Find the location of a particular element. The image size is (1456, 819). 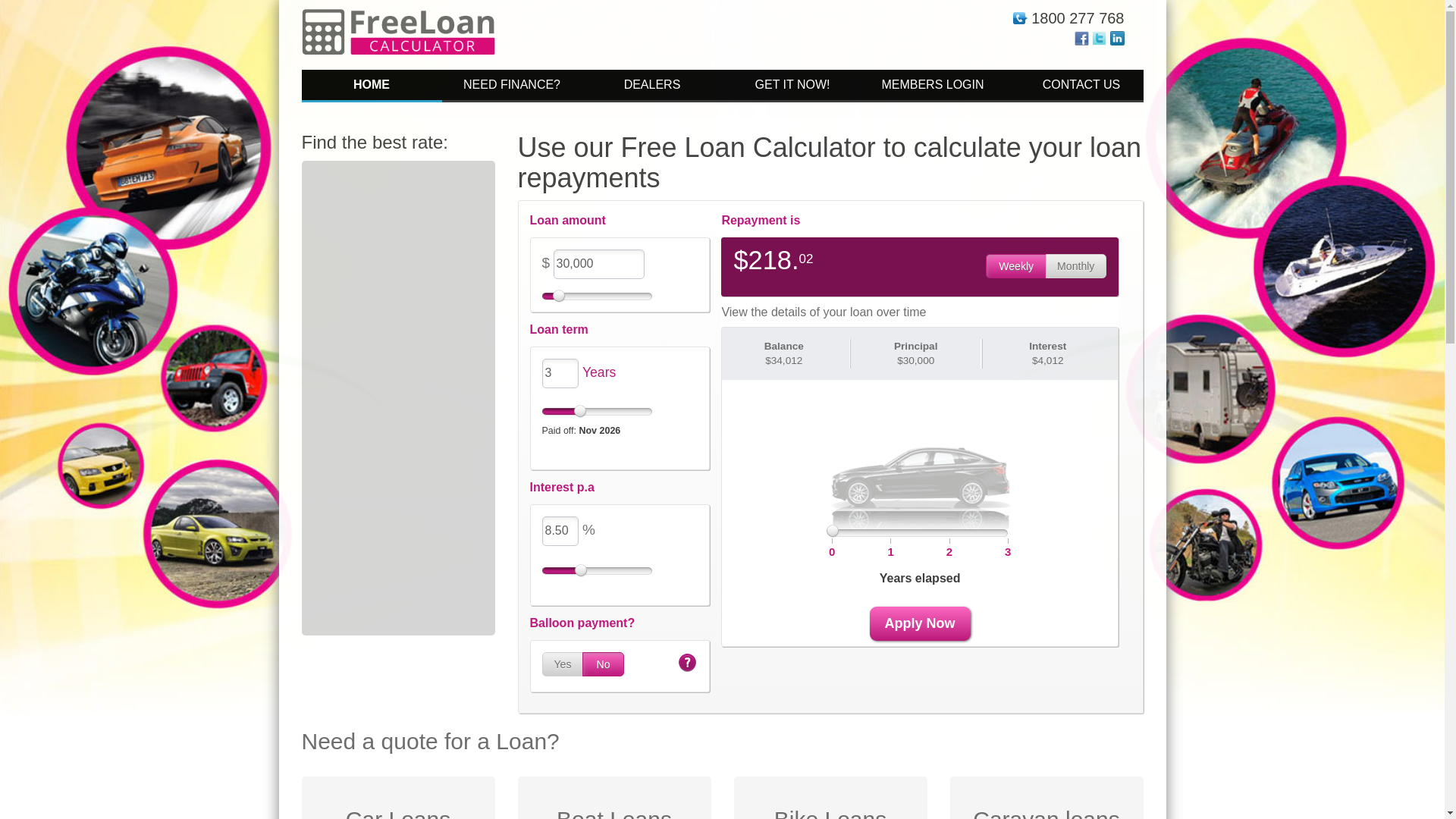

'DEALERS' is located at coordinates (652, 86).